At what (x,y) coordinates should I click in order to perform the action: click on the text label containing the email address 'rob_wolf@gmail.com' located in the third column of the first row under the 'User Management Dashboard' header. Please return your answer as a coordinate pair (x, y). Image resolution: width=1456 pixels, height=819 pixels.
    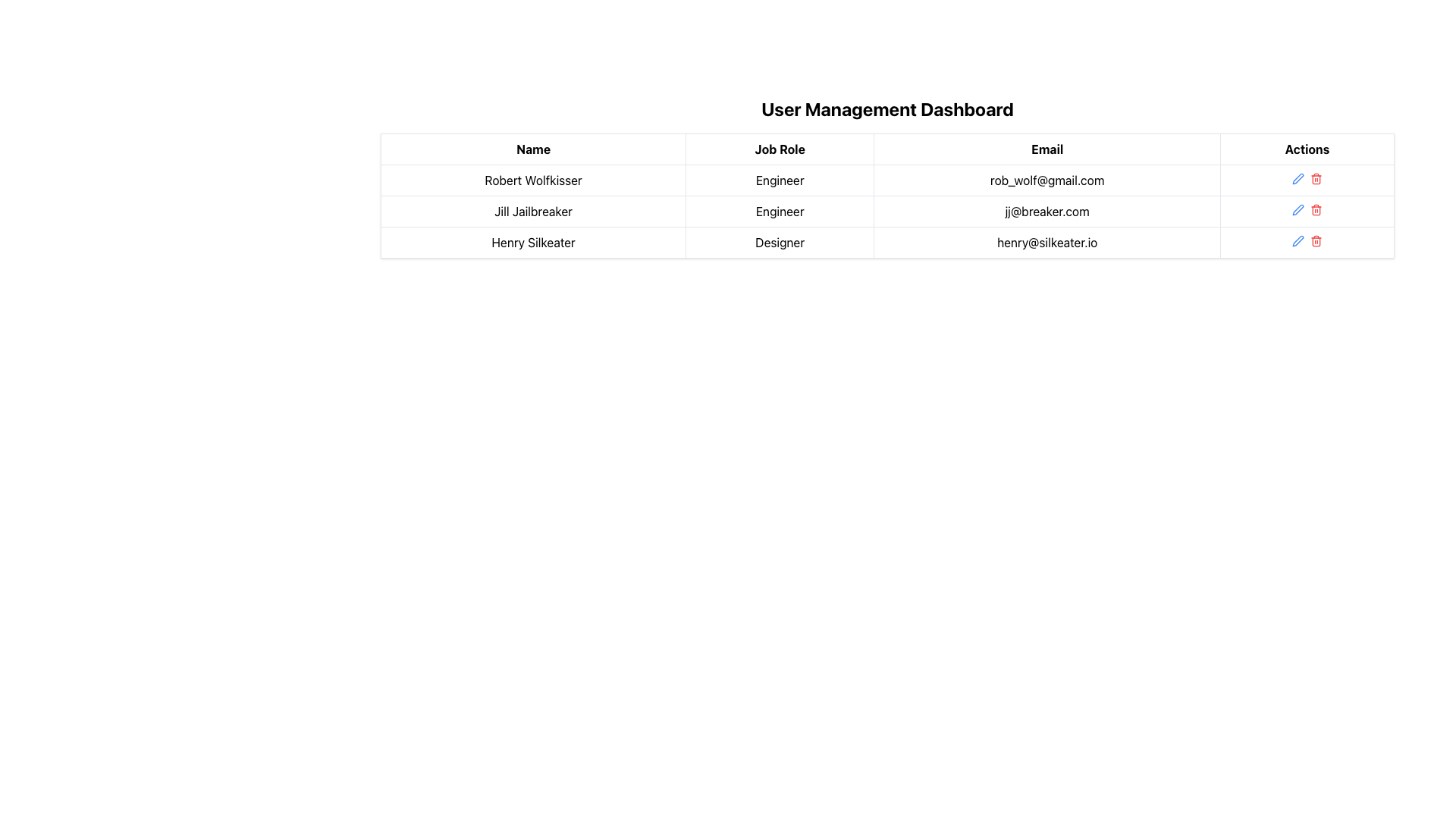
    Looking at the image, I should click on (1046, 180).